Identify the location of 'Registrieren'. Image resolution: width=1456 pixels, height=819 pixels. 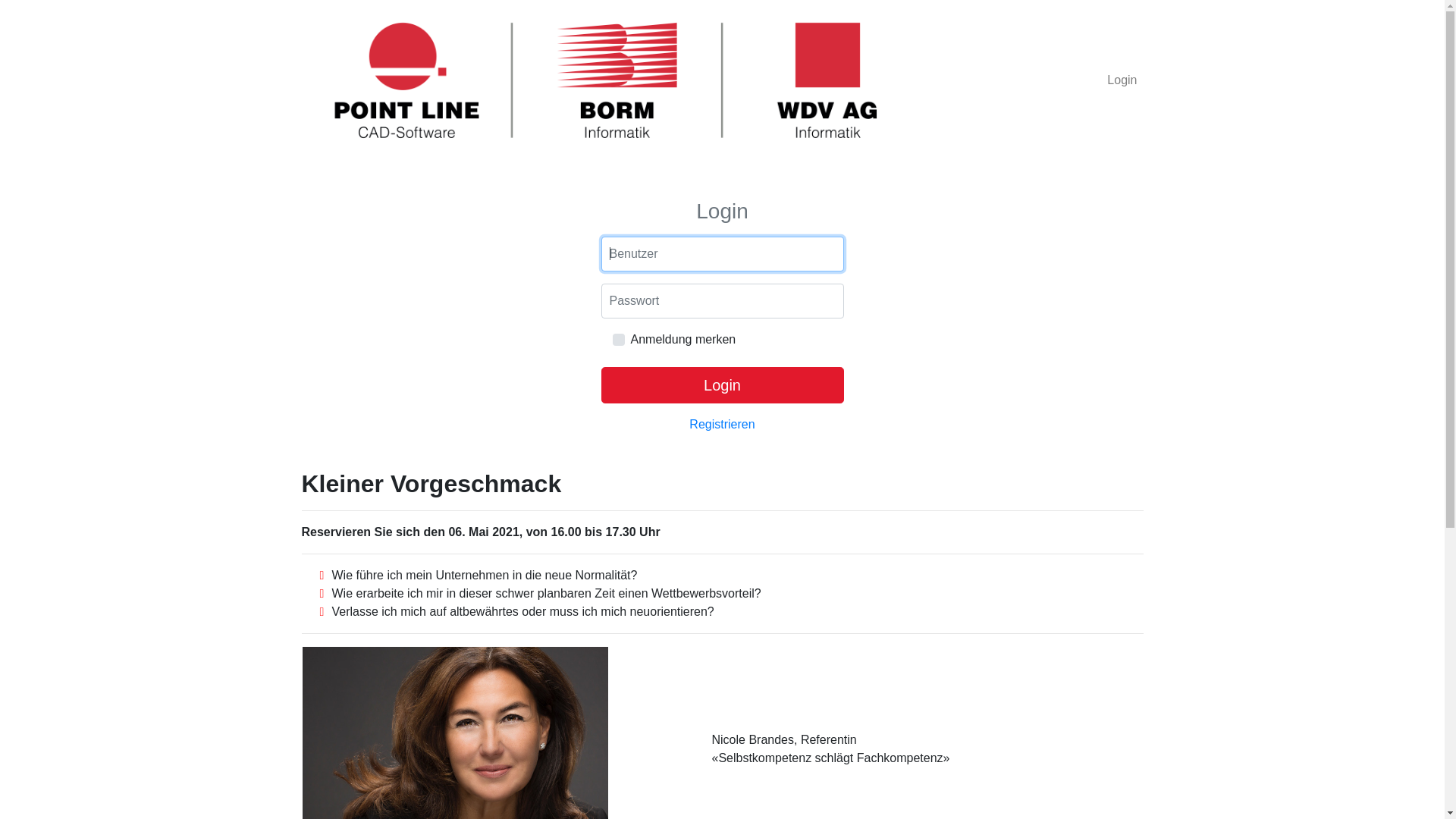
(688, 424).